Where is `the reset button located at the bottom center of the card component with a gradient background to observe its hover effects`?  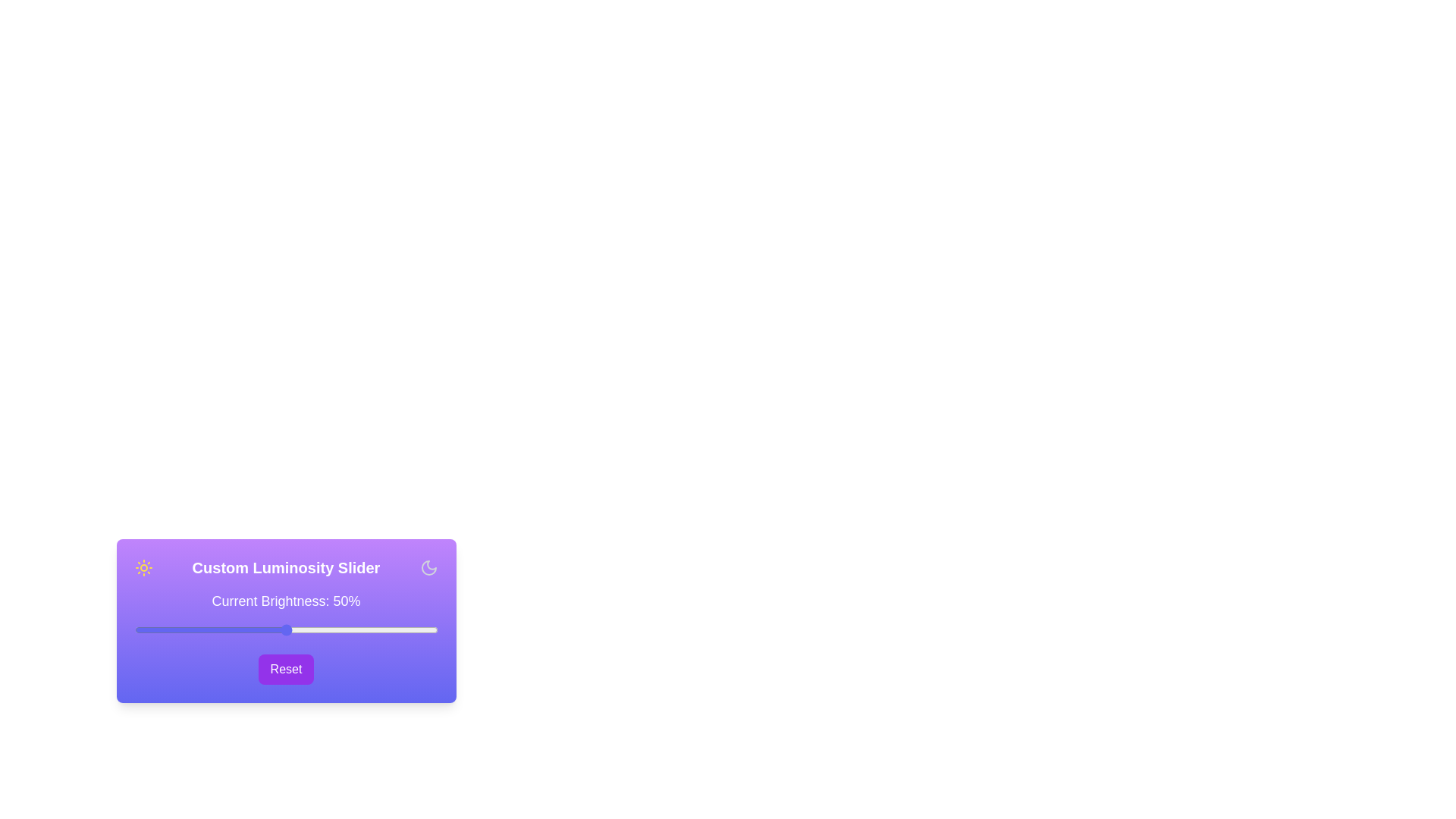
the reset button located at the bottom center of the card component with a gradient background to observe its hover effects is located at coordinates (286, 669).